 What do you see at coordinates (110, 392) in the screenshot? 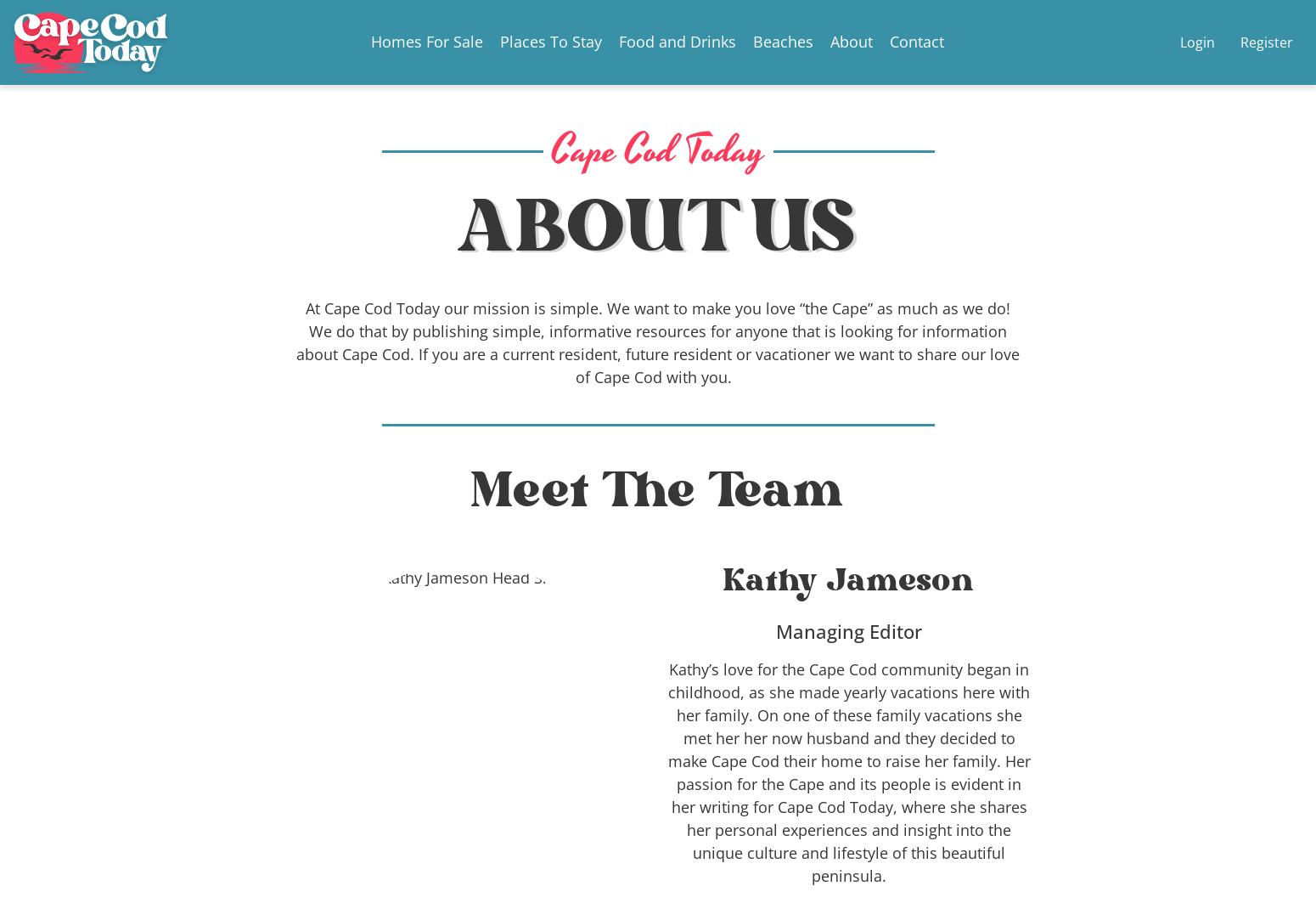
I see `'15 Best Restaurants In Provincetown Massachusetts'` at bounding box center [110, 392].